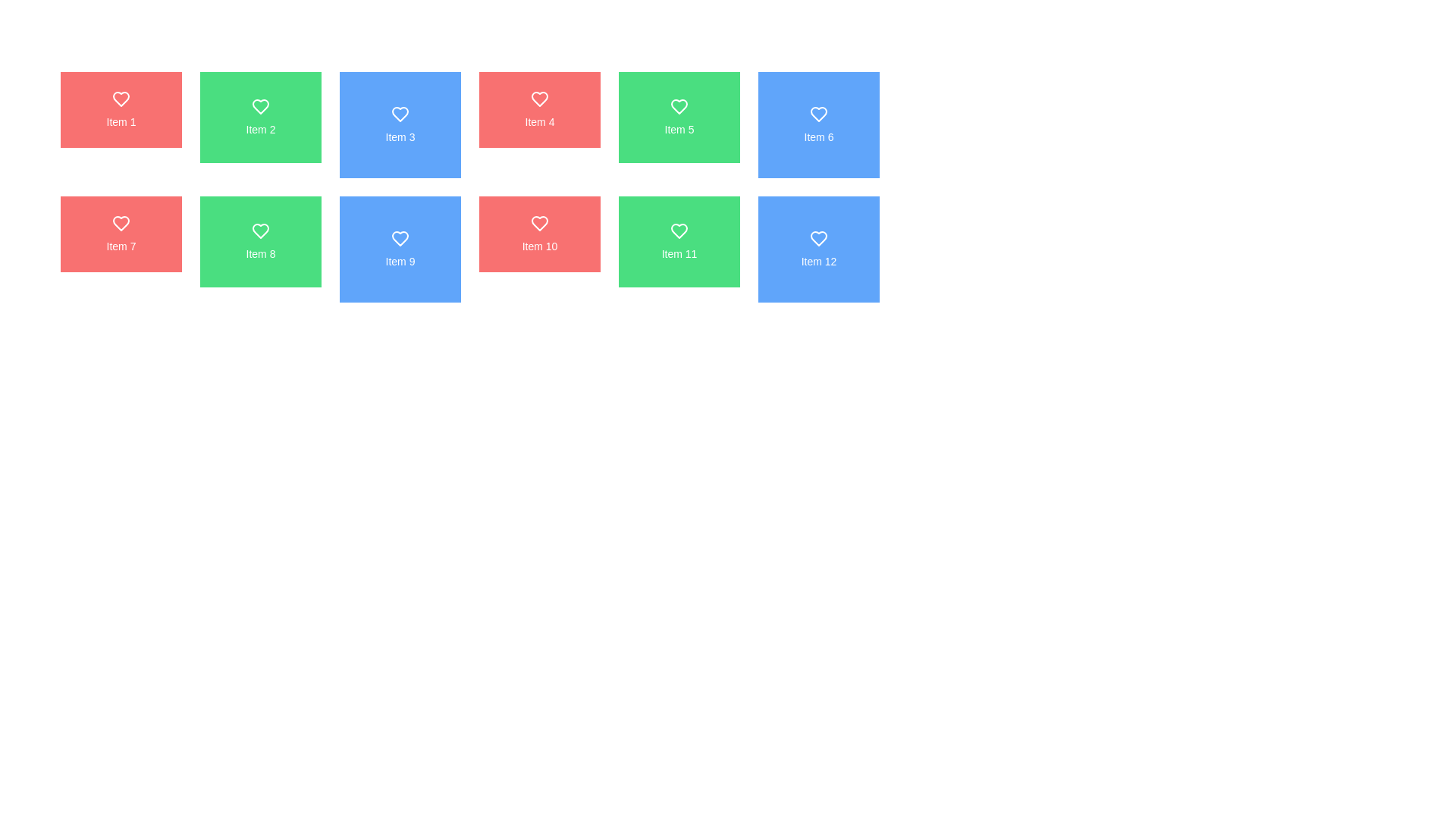 Image resolution: width=1456 pixels, height=819 pixels. What do you see at coordinates (539, 99) in the screenshot?
I see `the heart icon within the 'Item 4' tile` at bounding box center [539, 99].